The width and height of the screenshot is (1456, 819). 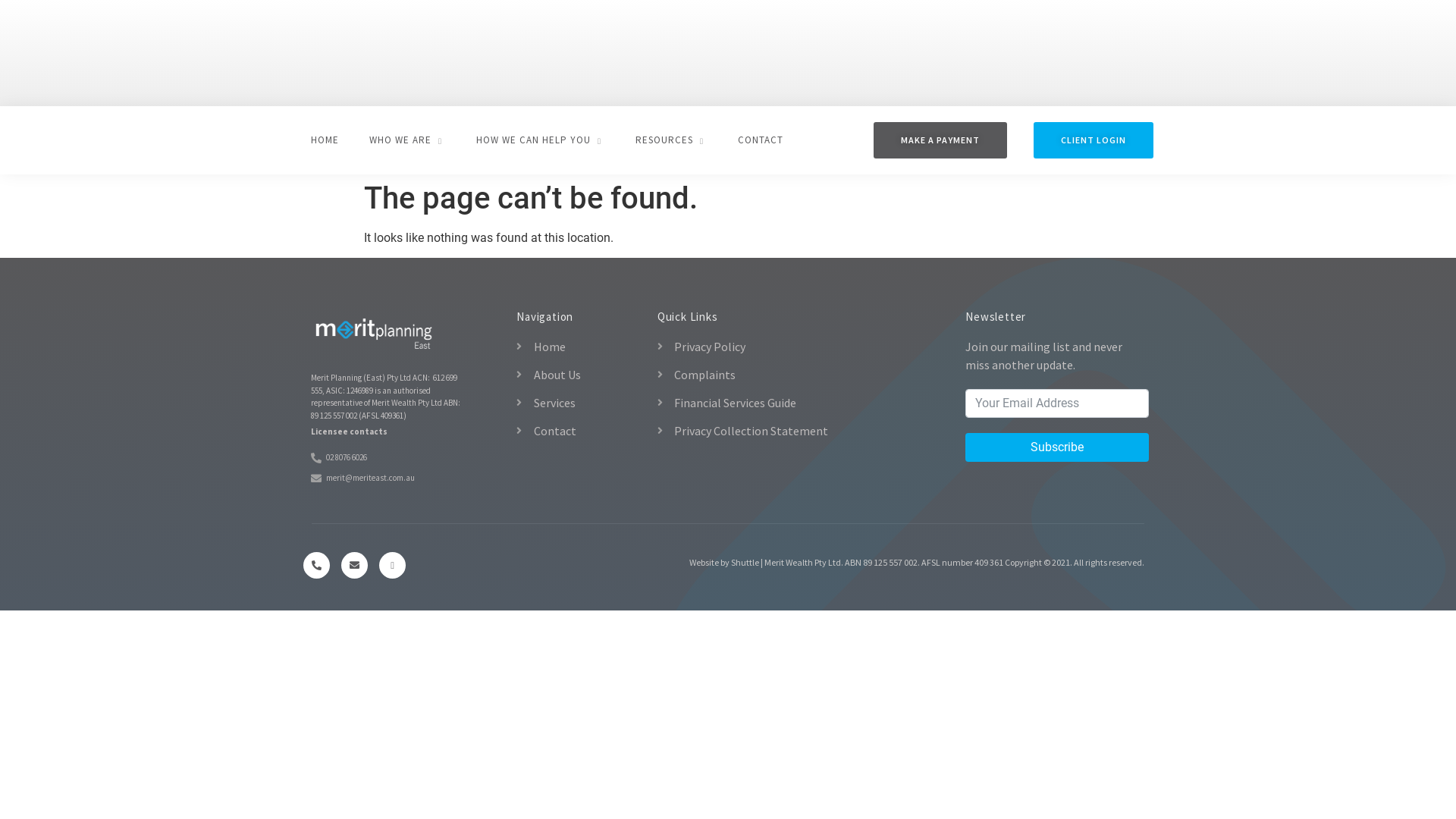 What do you see at coordinates (761, 140) in the screenshot?
I see `'CONTACT'` at bounding box center [761, 140].